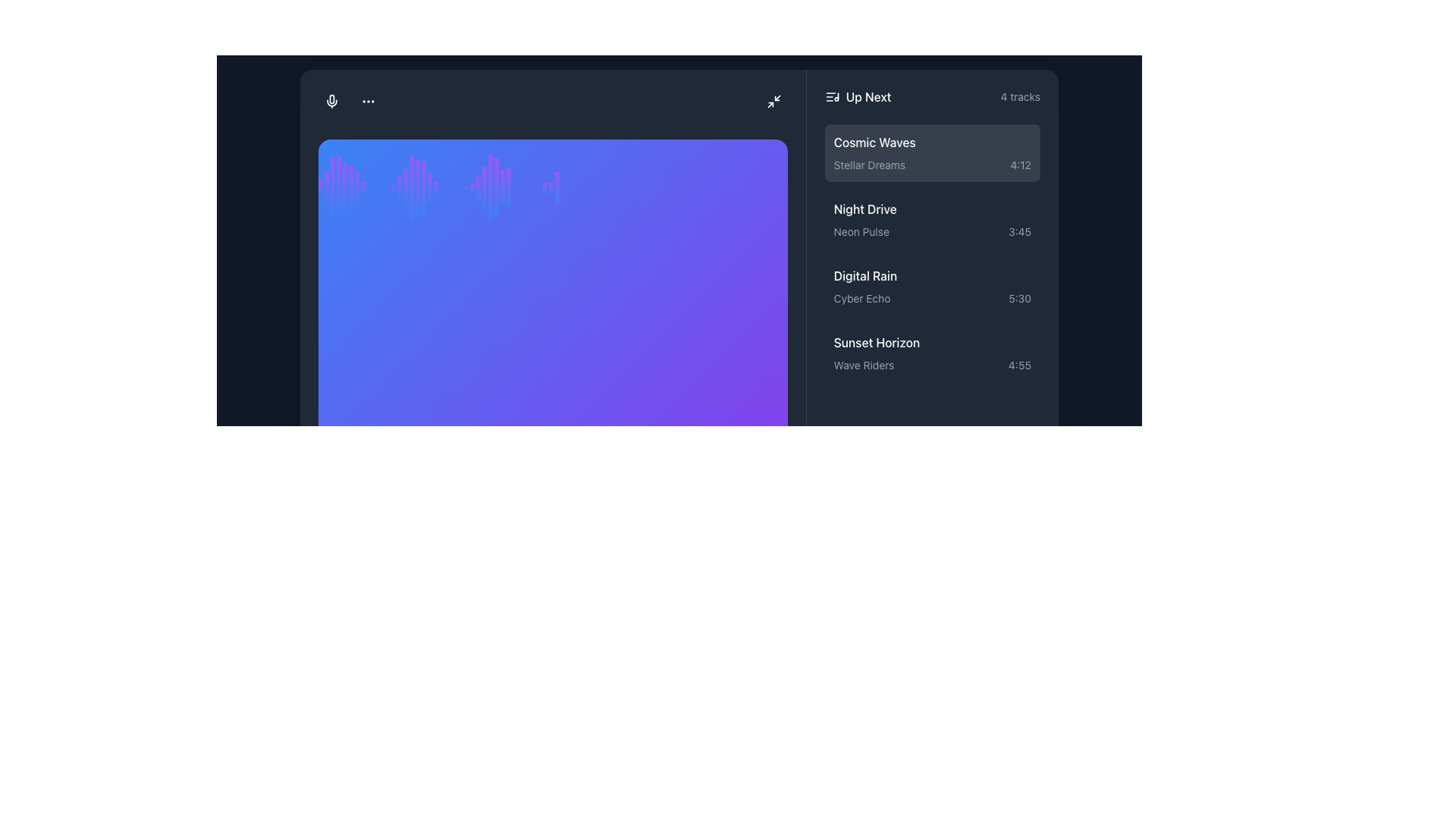 This screenshot has width=1456, height=819. I want to click on the text label displaying 'Up Next' which is positioned in the top-right section of the interface, near a musical note icon and above the list of tracks, so click(868, 96).